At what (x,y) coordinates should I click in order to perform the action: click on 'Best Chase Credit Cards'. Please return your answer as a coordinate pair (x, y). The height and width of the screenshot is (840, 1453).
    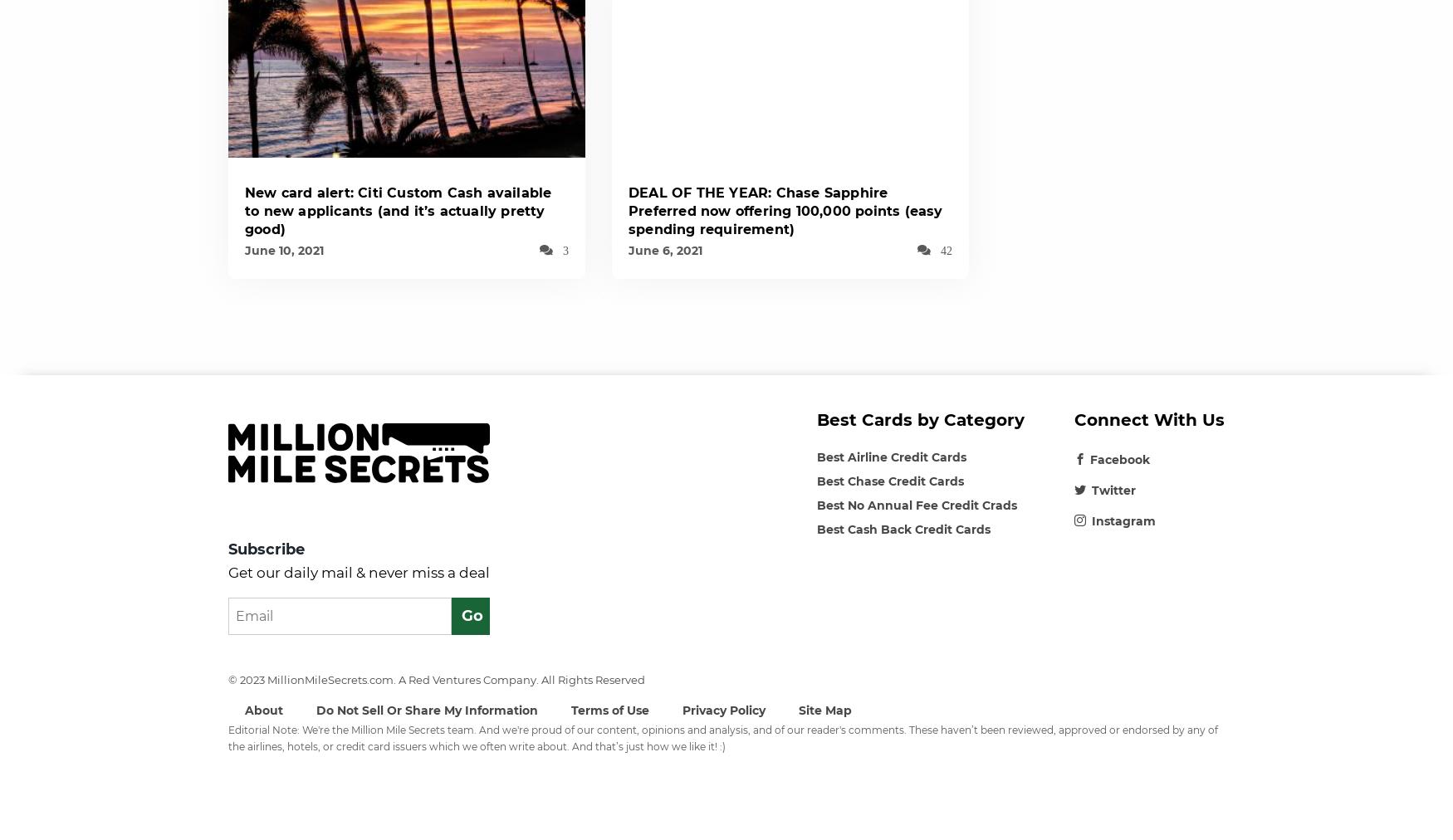
    Looking at the image, I should click on (890, 480).